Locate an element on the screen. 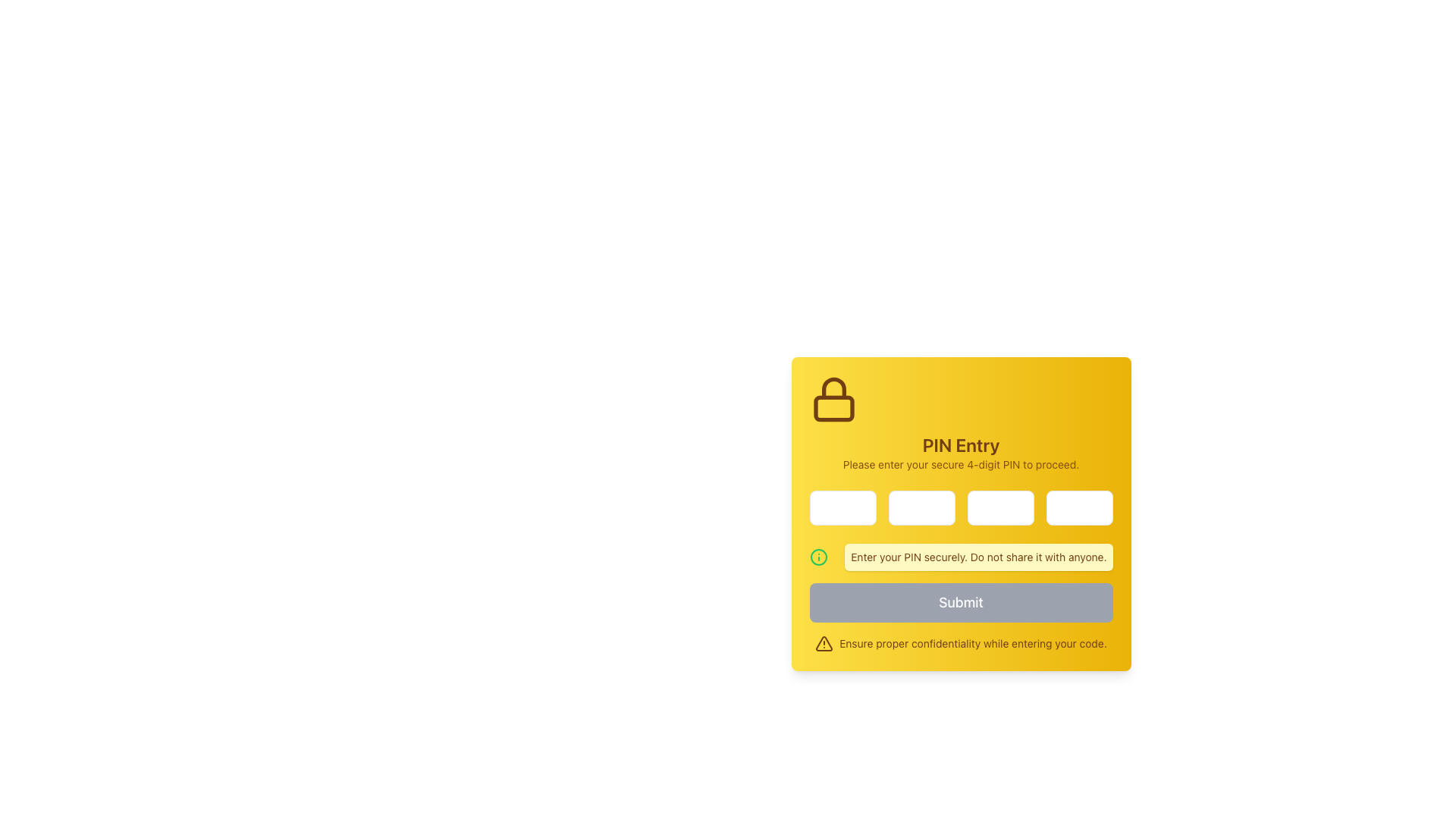 Image resolution: width=1456 pixels, height=819 pixels. the 'PIN Entry' text label, which is displayed in a bold, dark yellow font and positioned below the lock graphic icon is located at coordinates (960, 444).